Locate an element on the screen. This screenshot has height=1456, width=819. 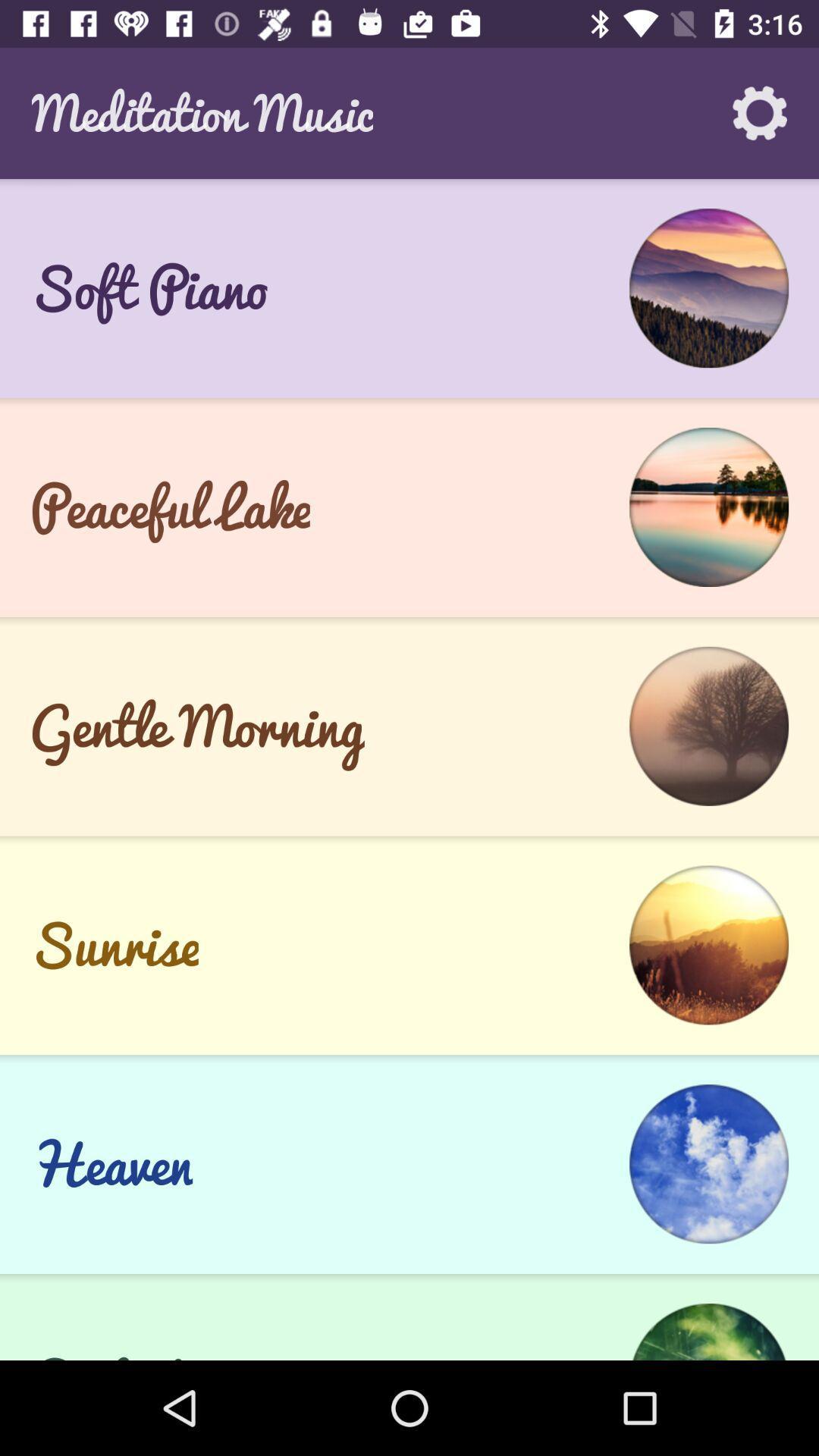
the item below the meditation music is located at coordinates (409, 288).